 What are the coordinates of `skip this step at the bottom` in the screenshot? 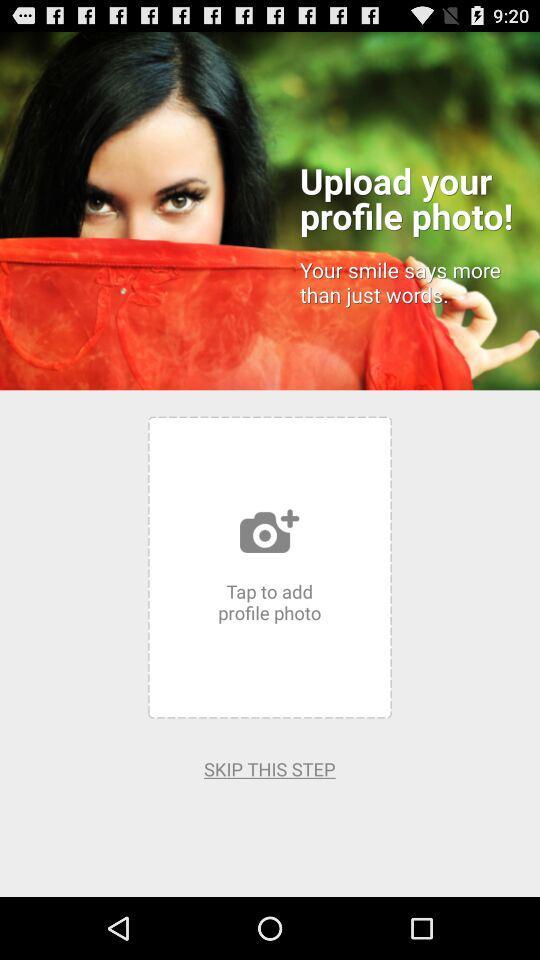 It's located at (269, 768).